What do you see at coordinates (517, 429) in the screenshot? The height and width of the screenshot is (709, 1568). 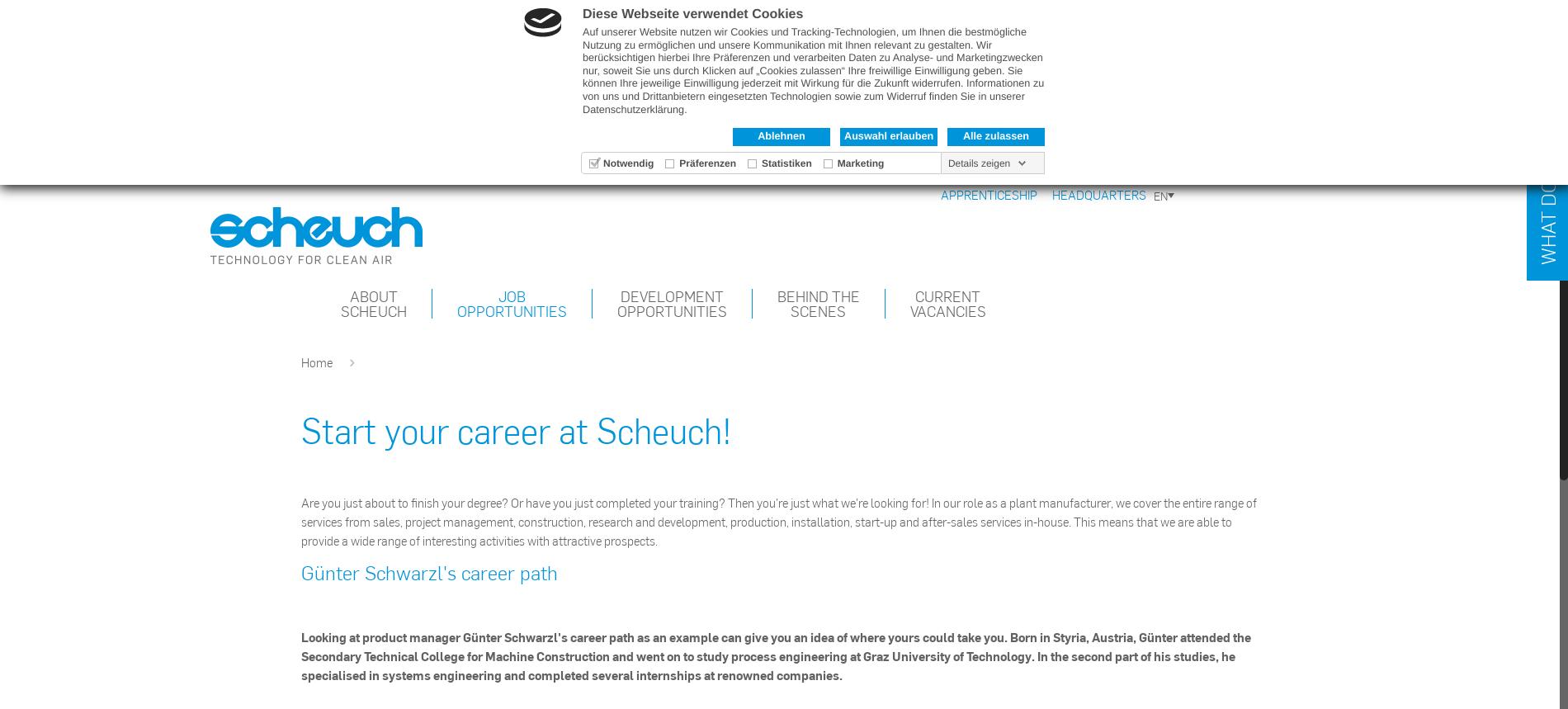 I see `'Start your career at Scheuch!'` at bounding box center [517, 429].